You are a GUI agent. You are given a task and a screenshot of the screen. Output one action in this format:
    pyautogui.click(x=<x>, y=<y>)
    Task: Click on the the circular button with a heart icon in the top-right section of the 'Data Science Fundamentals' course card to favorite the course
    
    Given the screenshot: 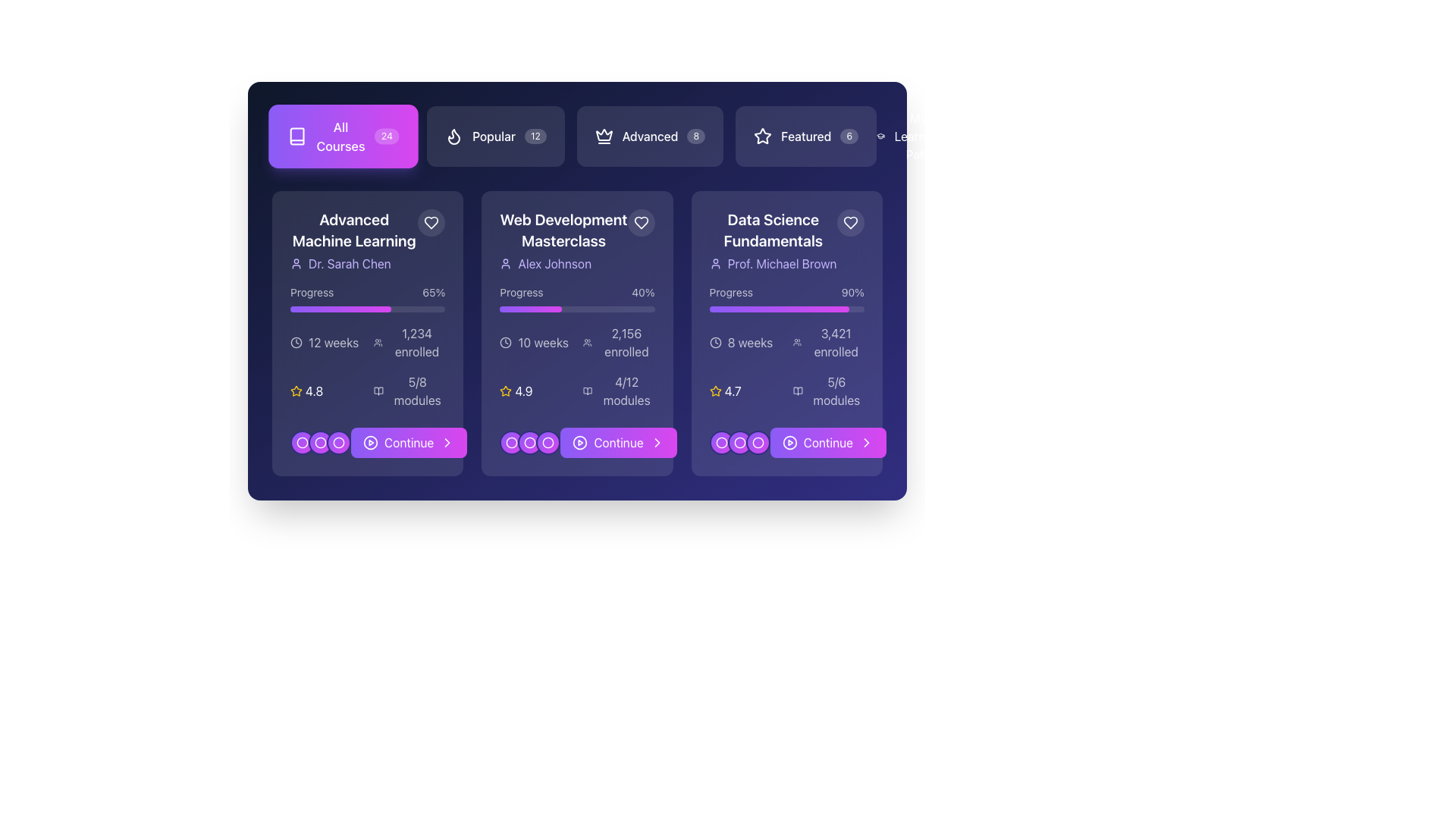 What is the action you would take?
    pyautogui.click(x=851, y=222)
    